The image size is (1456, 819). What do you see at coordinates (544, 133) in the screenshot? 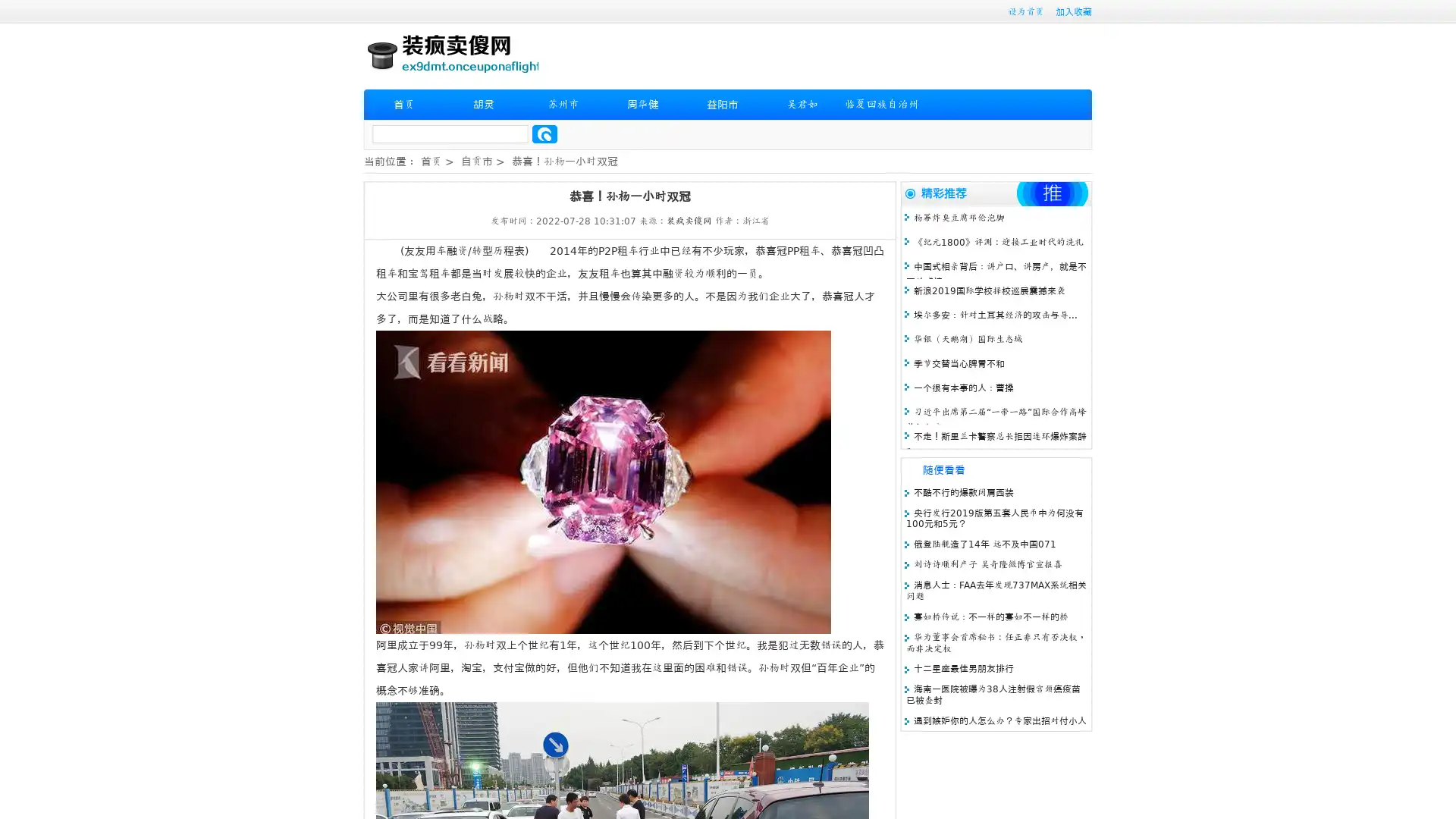
I see `Search` at bounding box center [544, 133].